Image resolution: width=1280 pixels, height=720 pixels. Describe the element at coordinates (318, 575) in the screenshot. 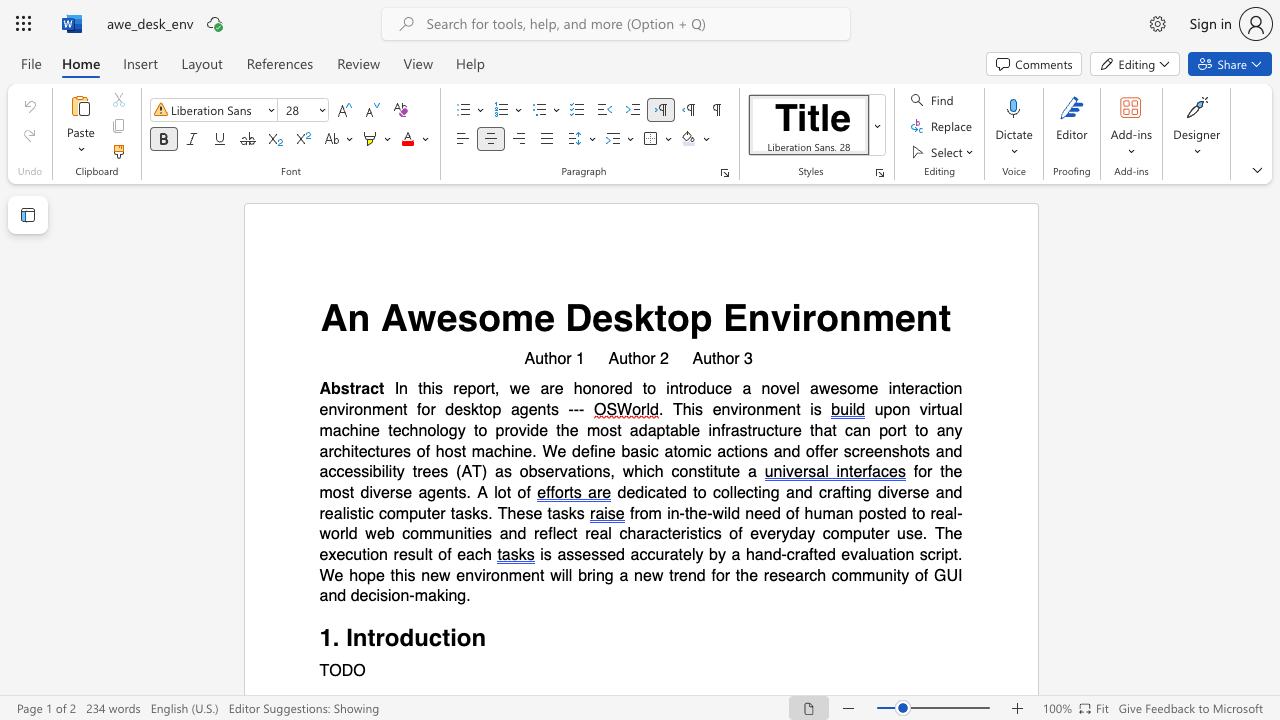

I see `the subset text "We hope this" within the text "is assessed accurately by a hand-crafted evaluation script. We hope this"` at that location.